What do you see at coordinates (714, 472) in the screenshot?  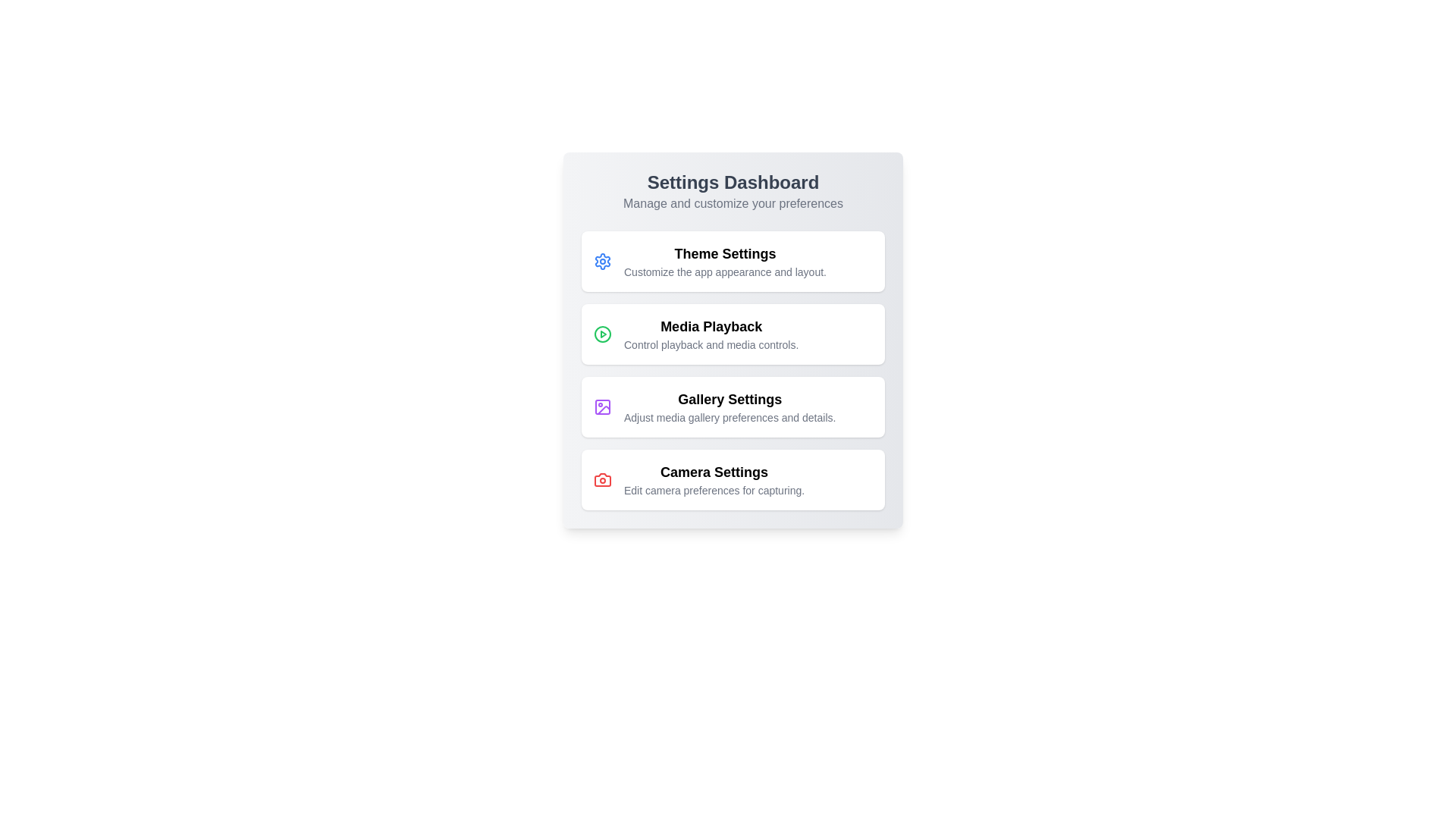 I see `the 'Camera Settings' text label, which is a bold and larger font section heading located at the bottom of the vertical settings menu` at bounding box center [714, 472].